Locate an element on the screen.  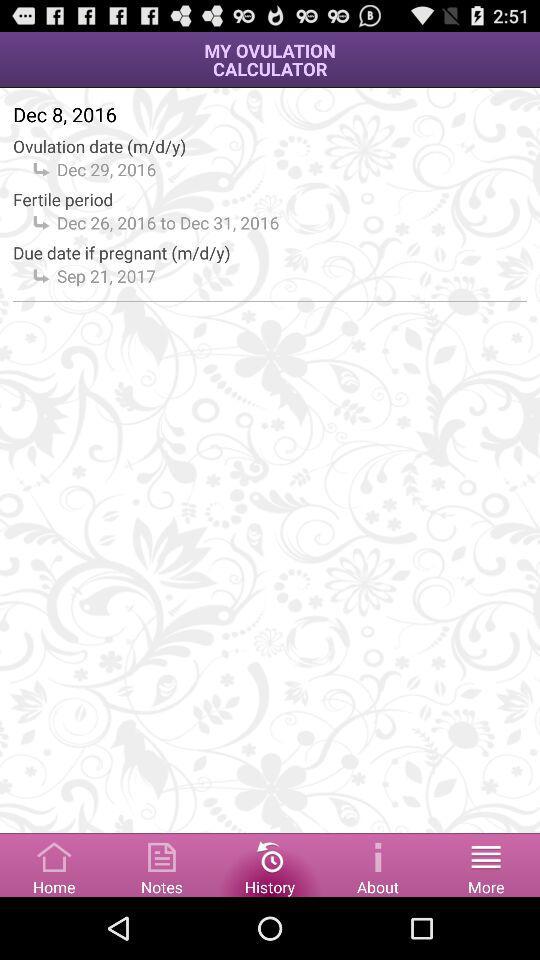
open notes is located at coordinates (161, 863).